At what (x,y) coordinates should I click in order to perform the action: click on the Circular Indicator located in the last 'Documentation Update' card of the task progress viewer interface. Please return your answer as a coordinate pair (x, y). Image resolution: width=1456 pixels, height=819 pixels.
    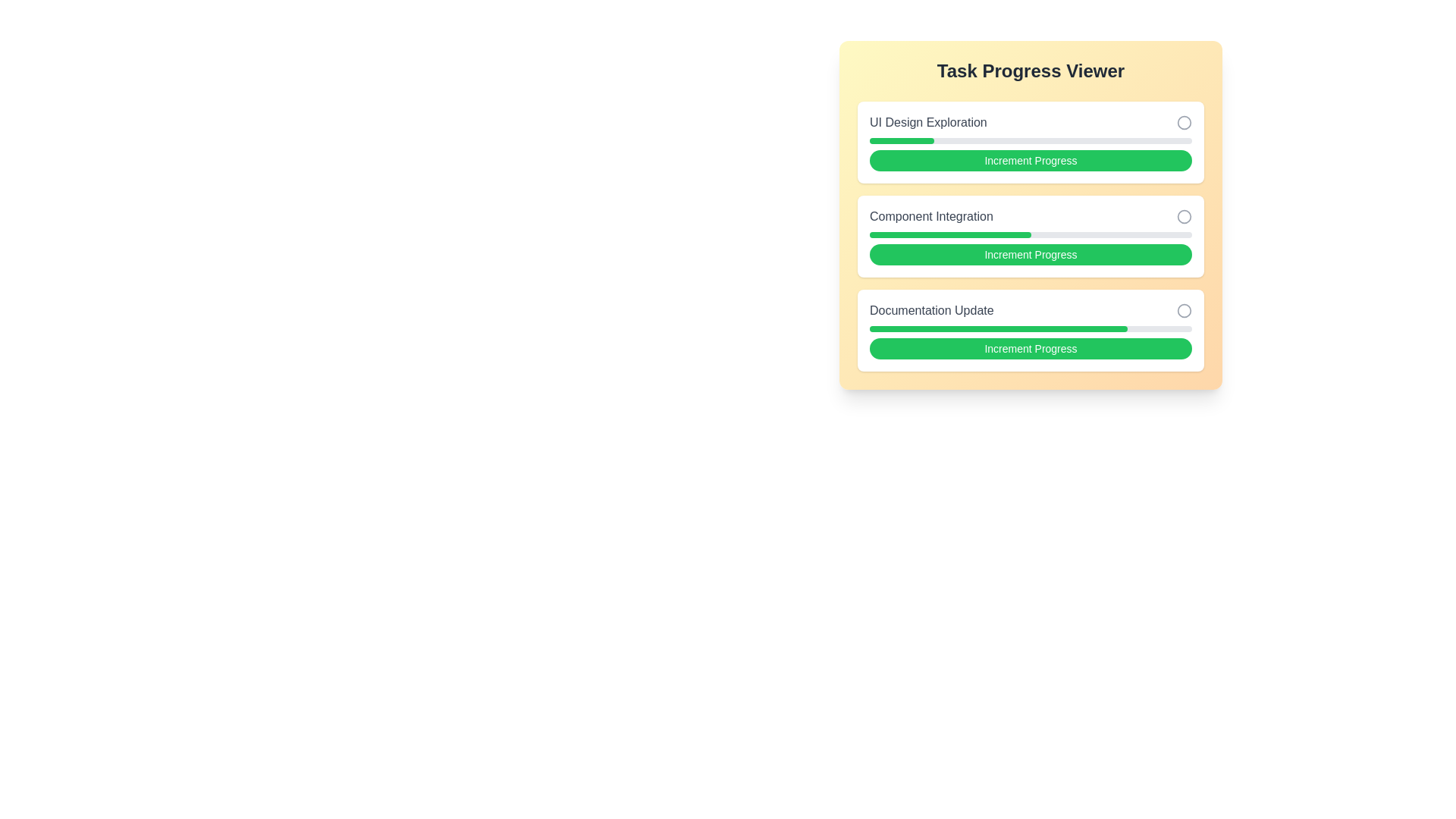
    Looking at the image, I should click on (1183, 309).